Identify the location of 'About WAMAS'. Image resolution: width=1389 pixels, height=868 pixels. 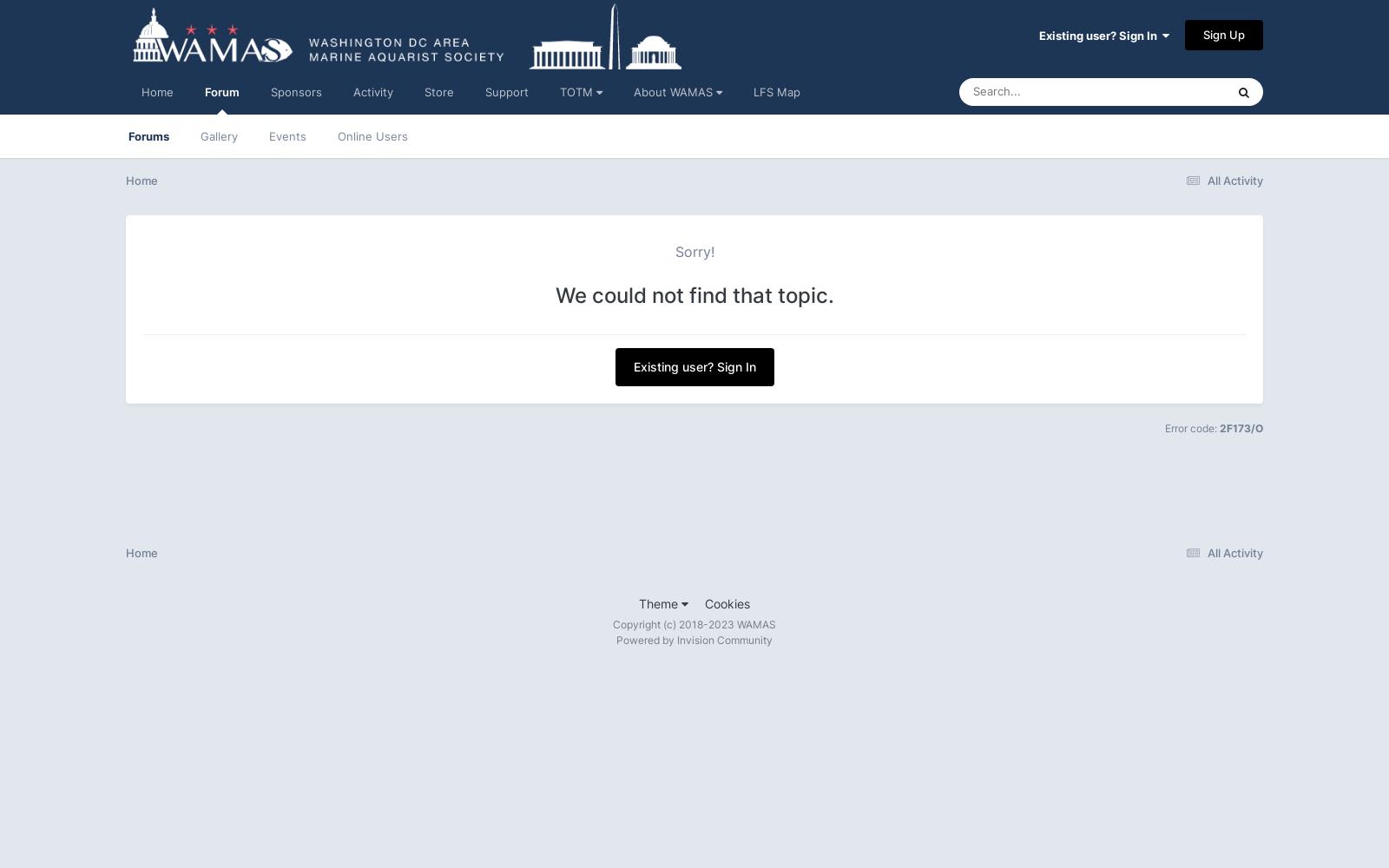
(633, 91).